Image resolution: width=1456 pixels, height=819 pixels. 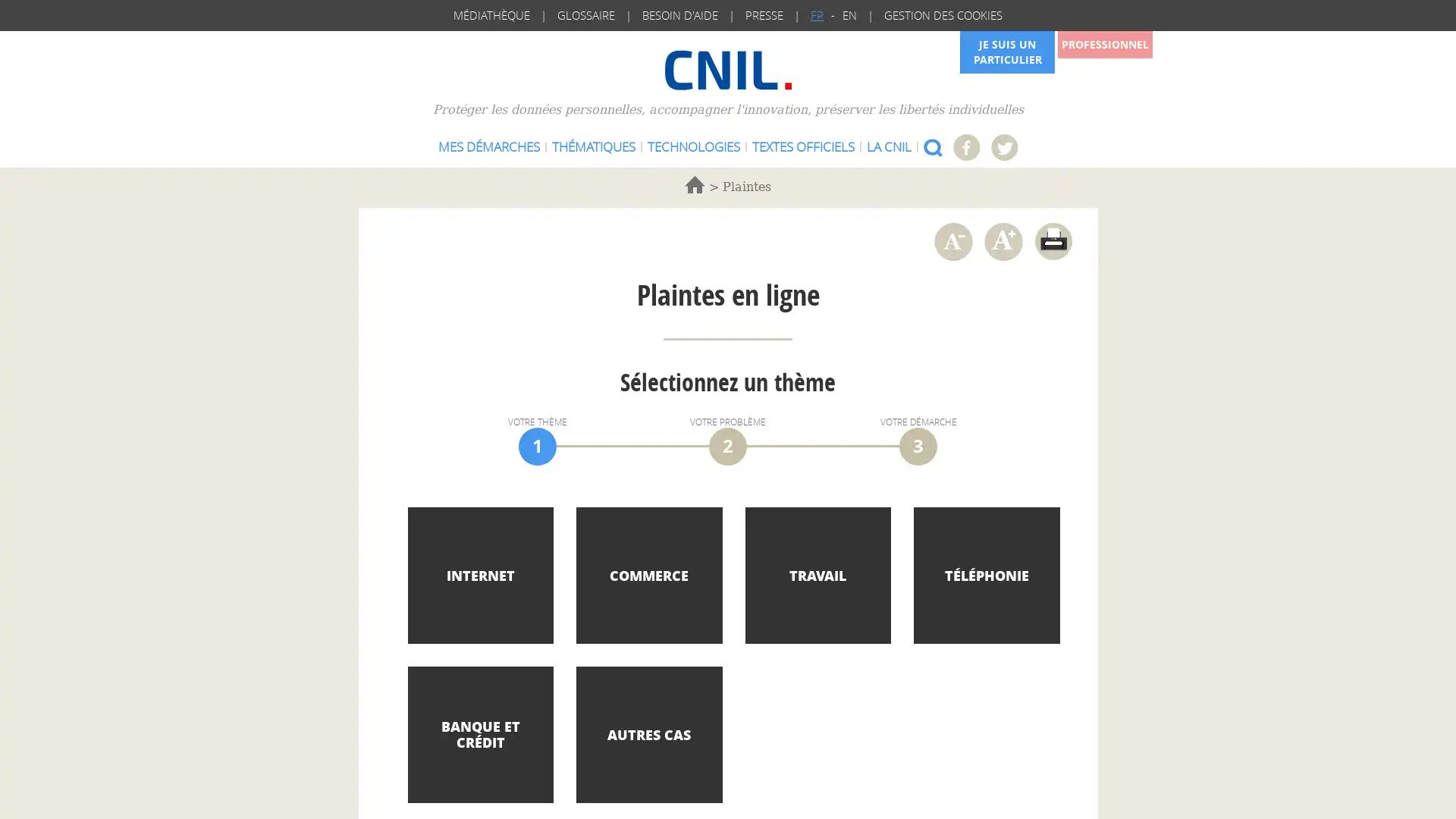 I want to click on Augmenter la taille de la police de caractere, so click(x=1003, y=240).